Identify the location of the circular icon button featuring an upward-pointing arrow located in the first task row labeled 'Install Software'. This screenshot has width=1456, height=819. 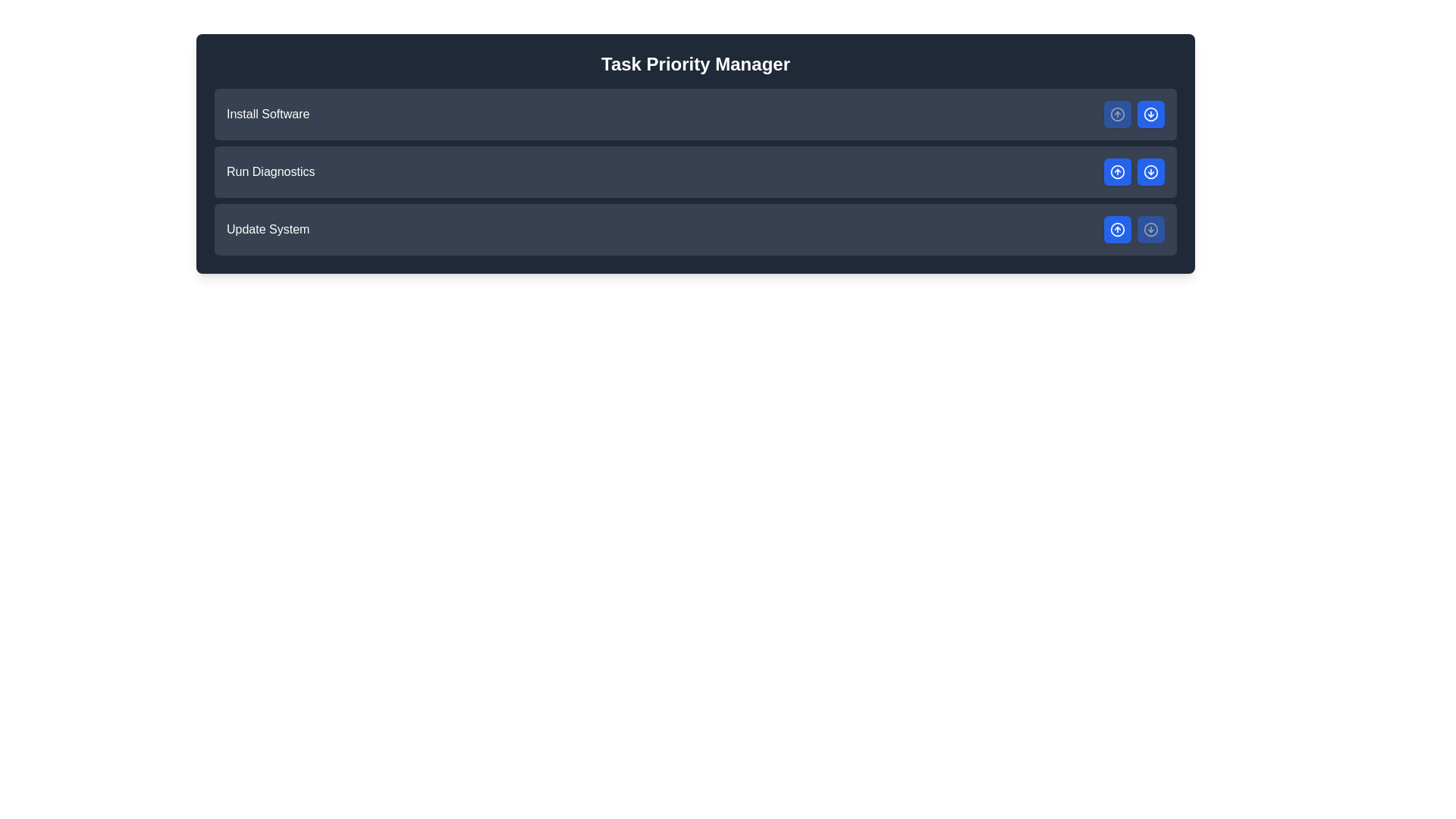
(1117, 113).